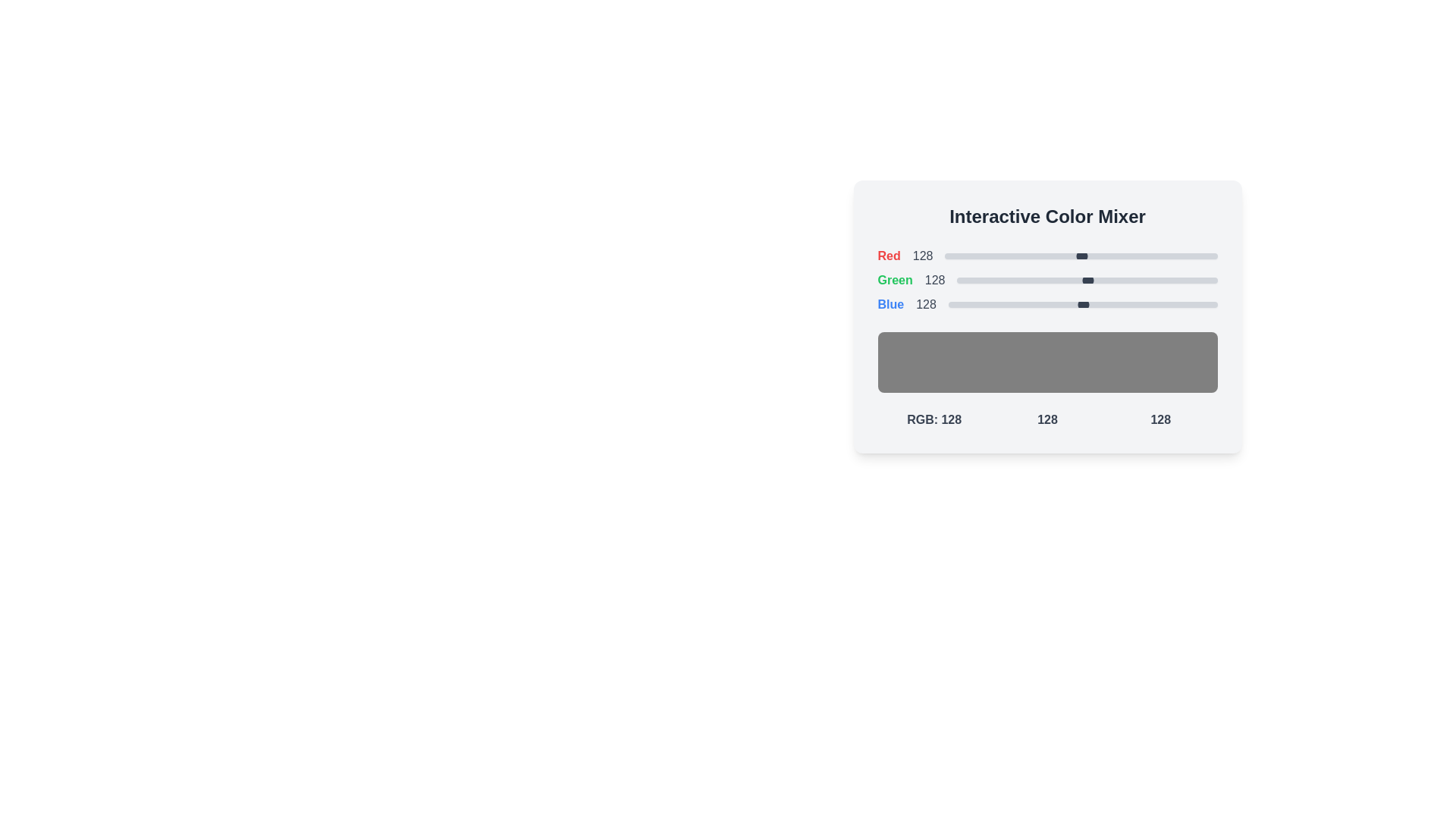 This screenshot has width=1456, height=819. I want to click on the Blue component, so click(966, 304).